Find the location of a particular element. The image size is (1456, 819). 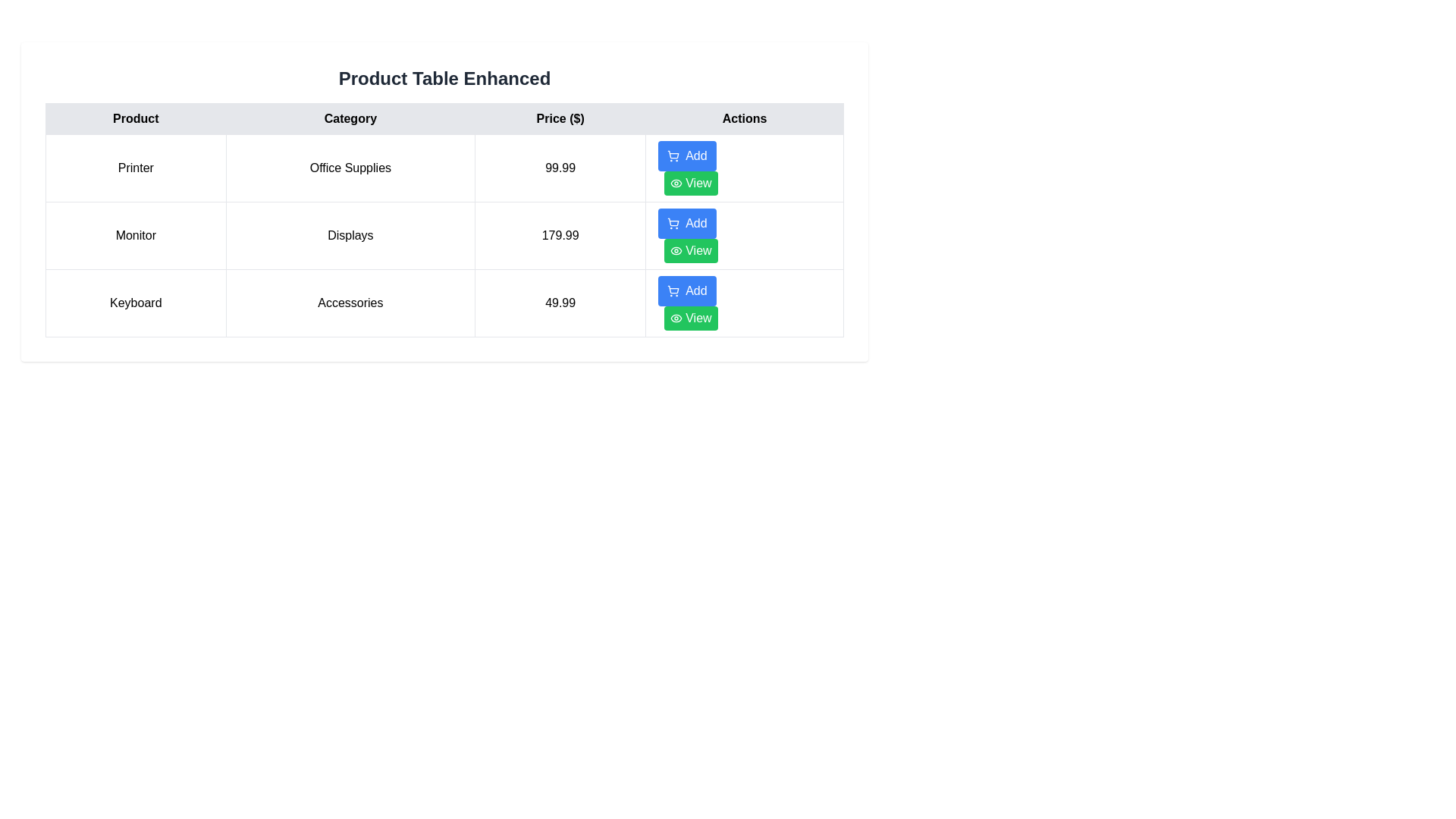

the green 'View' button with an eye icon located in the last row of the 'Actions' column, to the right of the 'Add' button is located at coordinates (690, 183).